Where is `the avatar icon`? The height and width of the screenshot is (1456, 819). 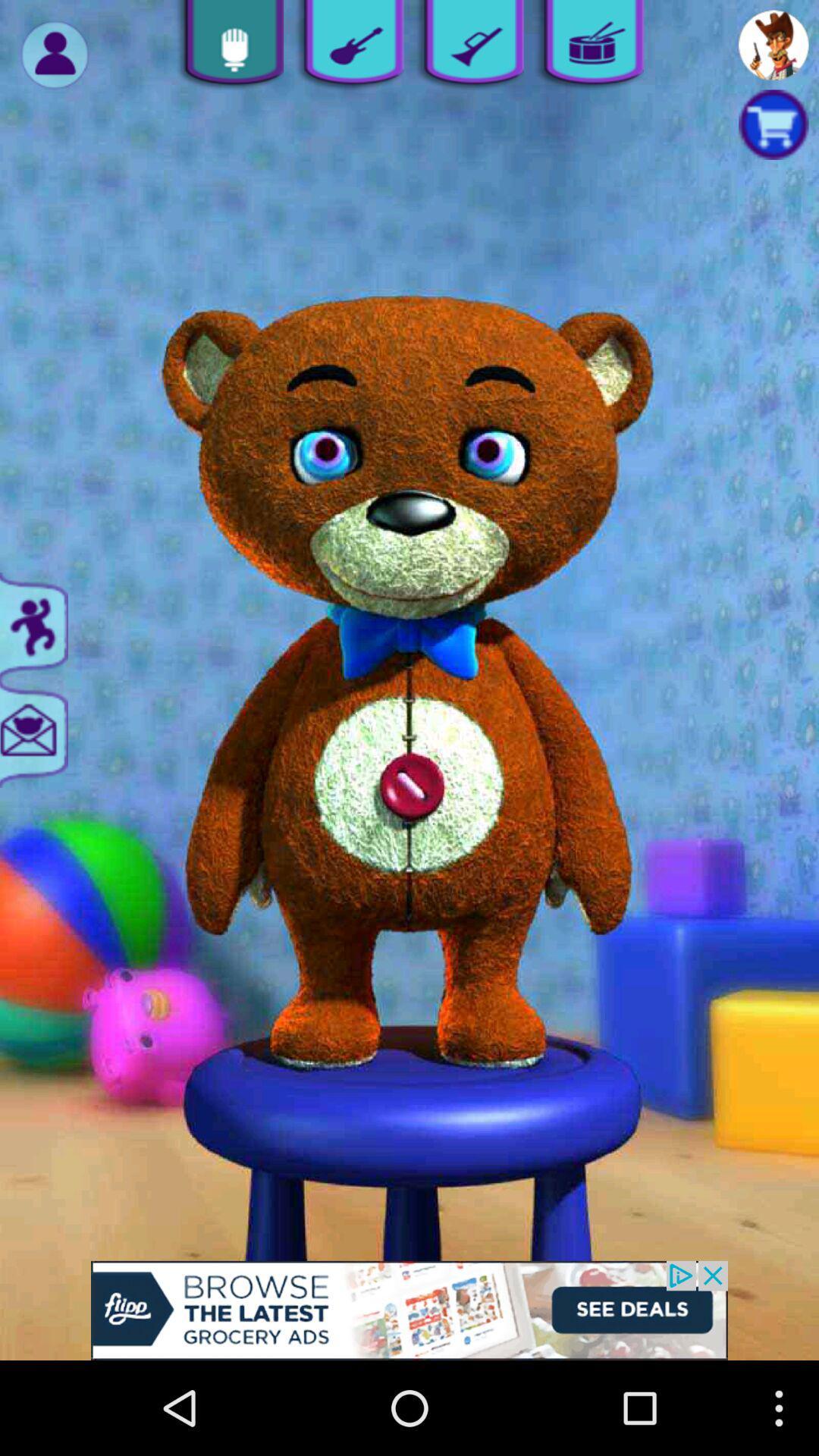 the avatar icon is located at coordinates (54, 58).